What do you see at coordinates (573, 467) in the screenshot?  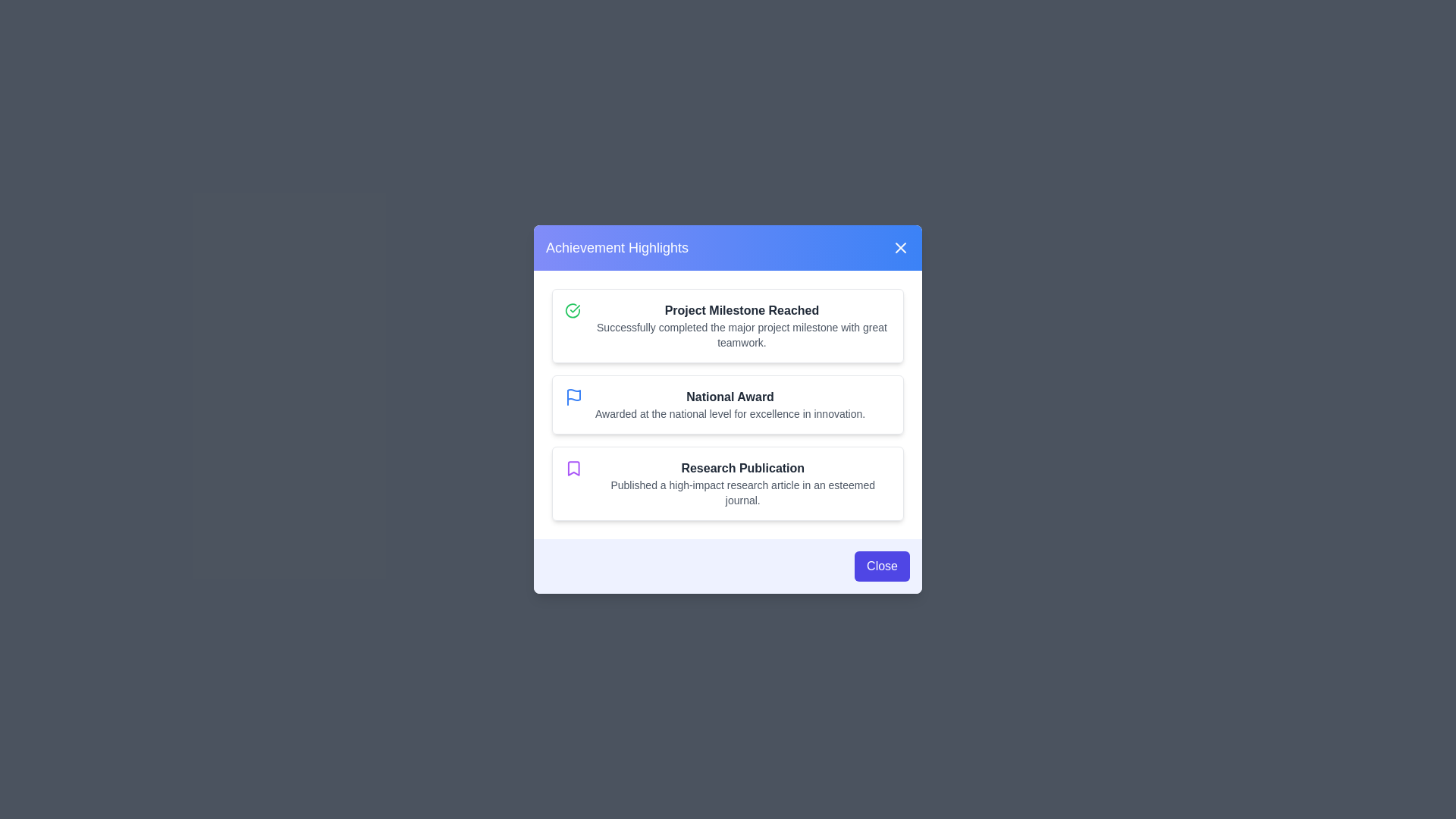 I see `the purple bookmark icon located at the top-left corner of the 'Research Publication' section` at bounding box center [573, 467].